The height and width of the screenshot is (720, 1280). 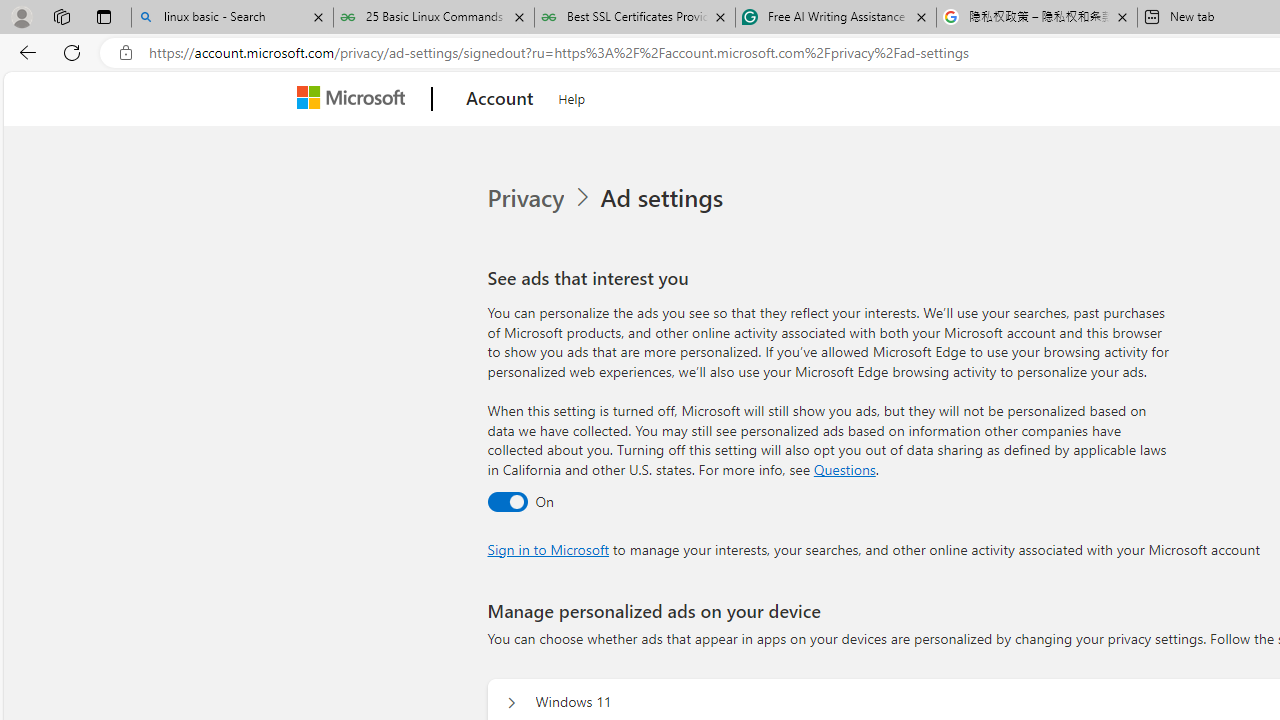 What do you see at coordinates (633, 17) in the screenshot?
I see `'Best SSL Certificates Provider in India - GeeksforGeeks'` at bounding box center [633, 17].